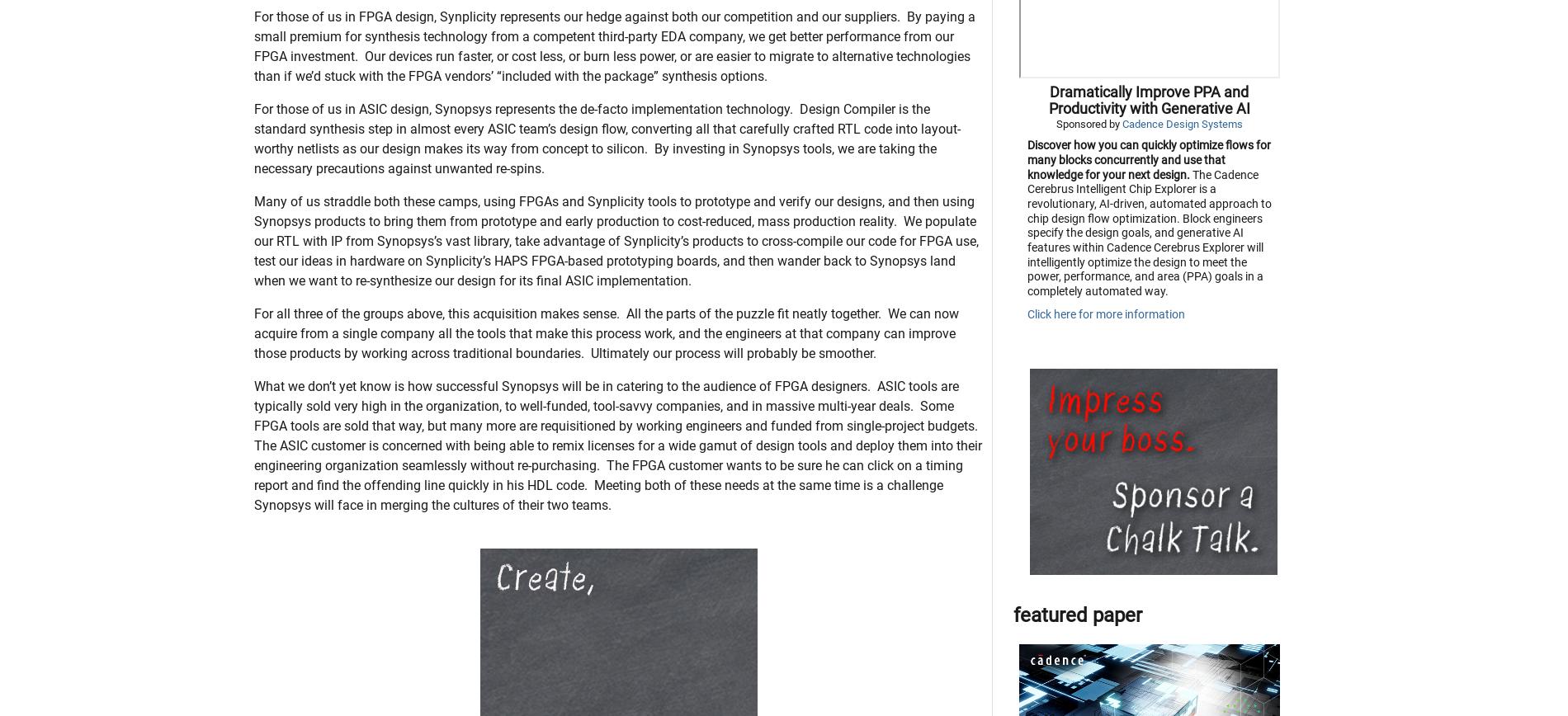  I want to click on 'What we don’t yet know is how successful Synopsys will be in catering to the audience of FPGA designers.  ASIC tools are typically sold very high in the organization, to well-funded, tool-savvy companies, and in massive multi-year deals.  Some FPGA tools are sold that way, but many more are requisitioned by working engineers and funded from single-project budgets.  The ASIC customer is concerned with being able to remix licenses for a wide gamut of design tools and deploy them into their engineering organization seamlessly without re-purchasing.  The FPGA customer wants to be sure he can click on a timing report and find the offending line quickly in his HDL code.  Meeting both of these needs at the same time is a challenge Synopsys will face in merging the cultures of their two teams.', so click(253, 527).